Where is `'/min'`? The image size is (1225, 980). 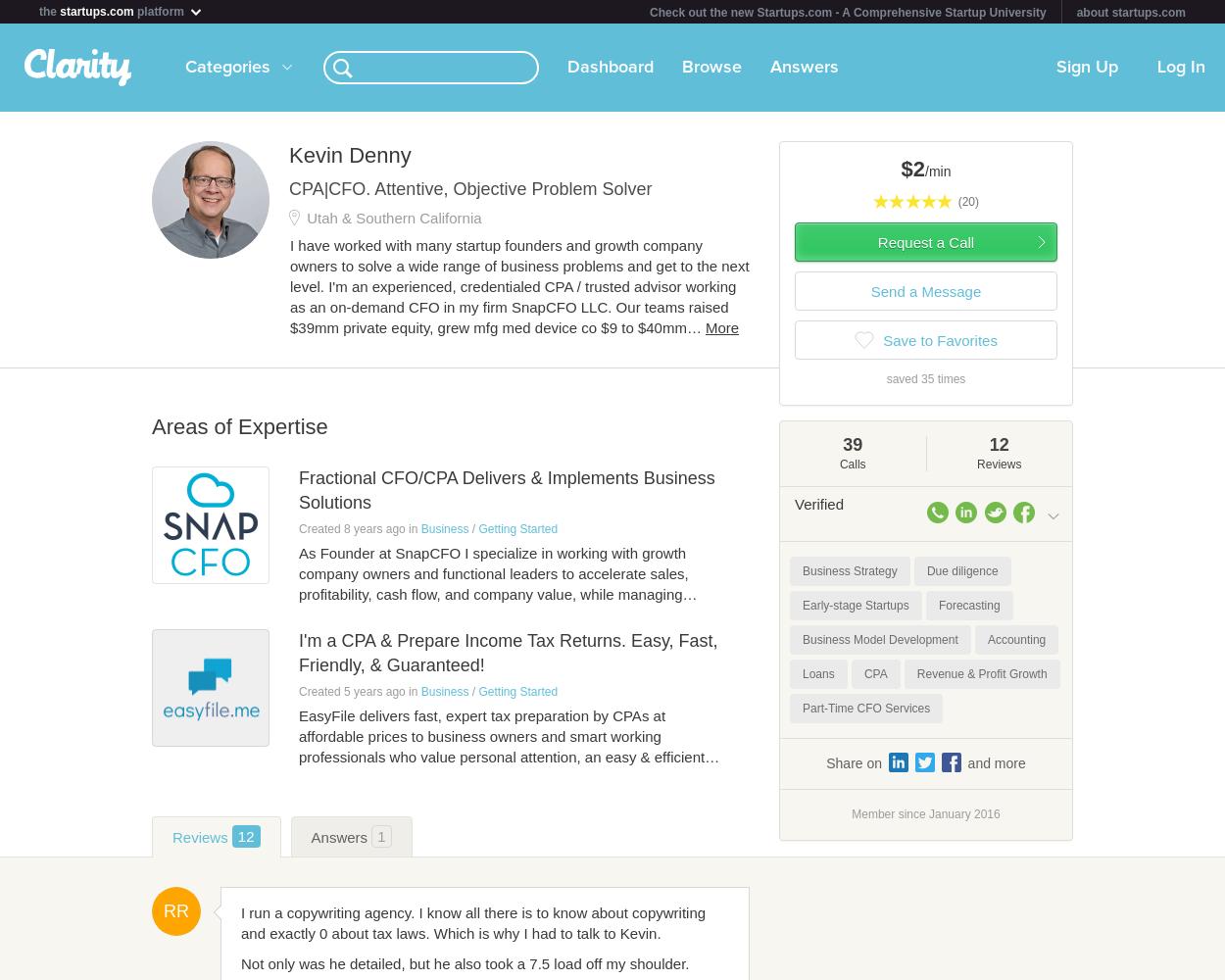 '/min' is located at coordinates (936, 171).